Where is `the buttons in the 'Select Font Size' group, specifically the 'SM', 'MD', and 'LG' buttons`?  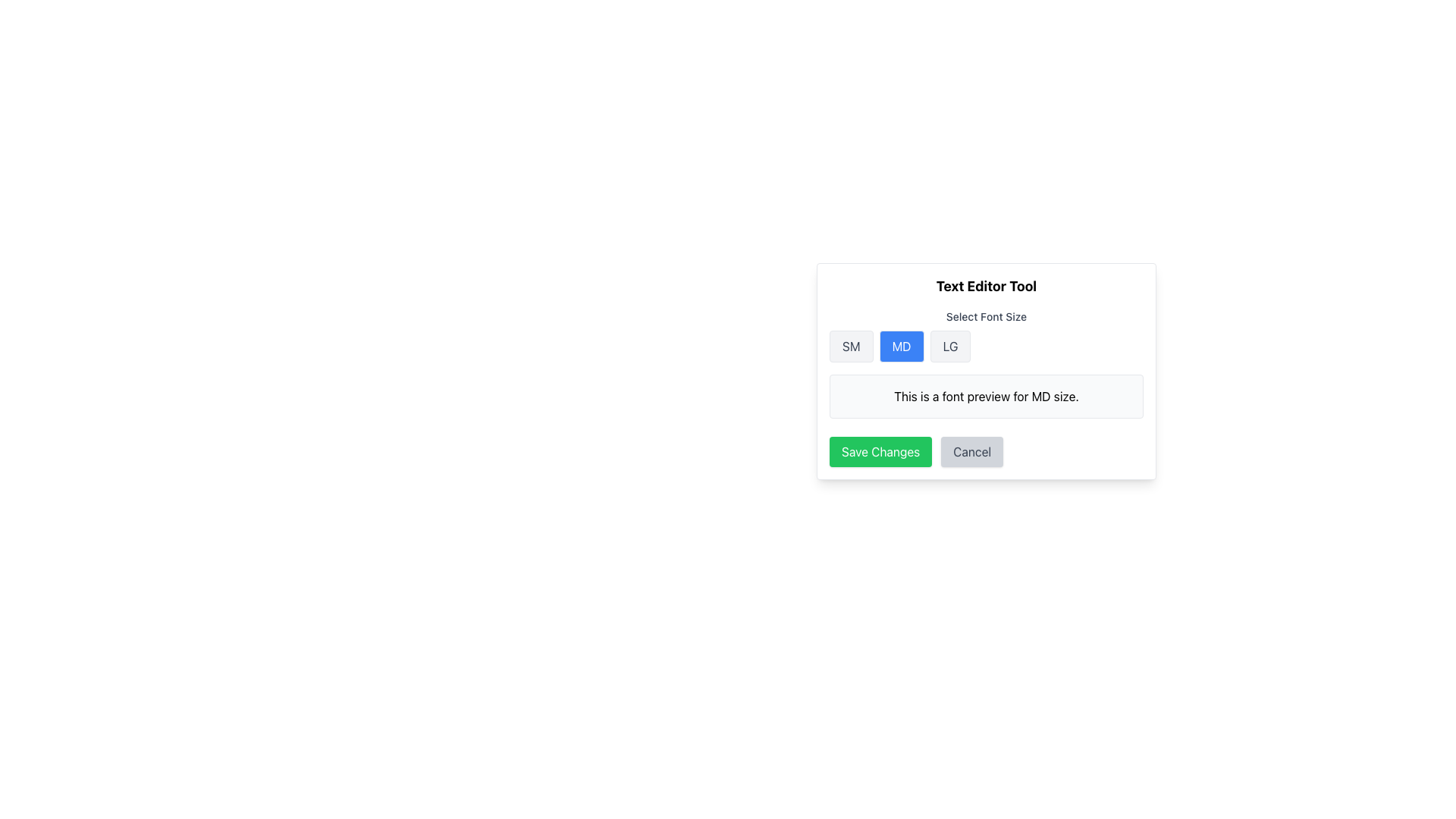 the buttons in the 'Select Font Size' group, specifically the 'SM', 'MD', and 'LG' buttons is located at coordinates (986, 363).